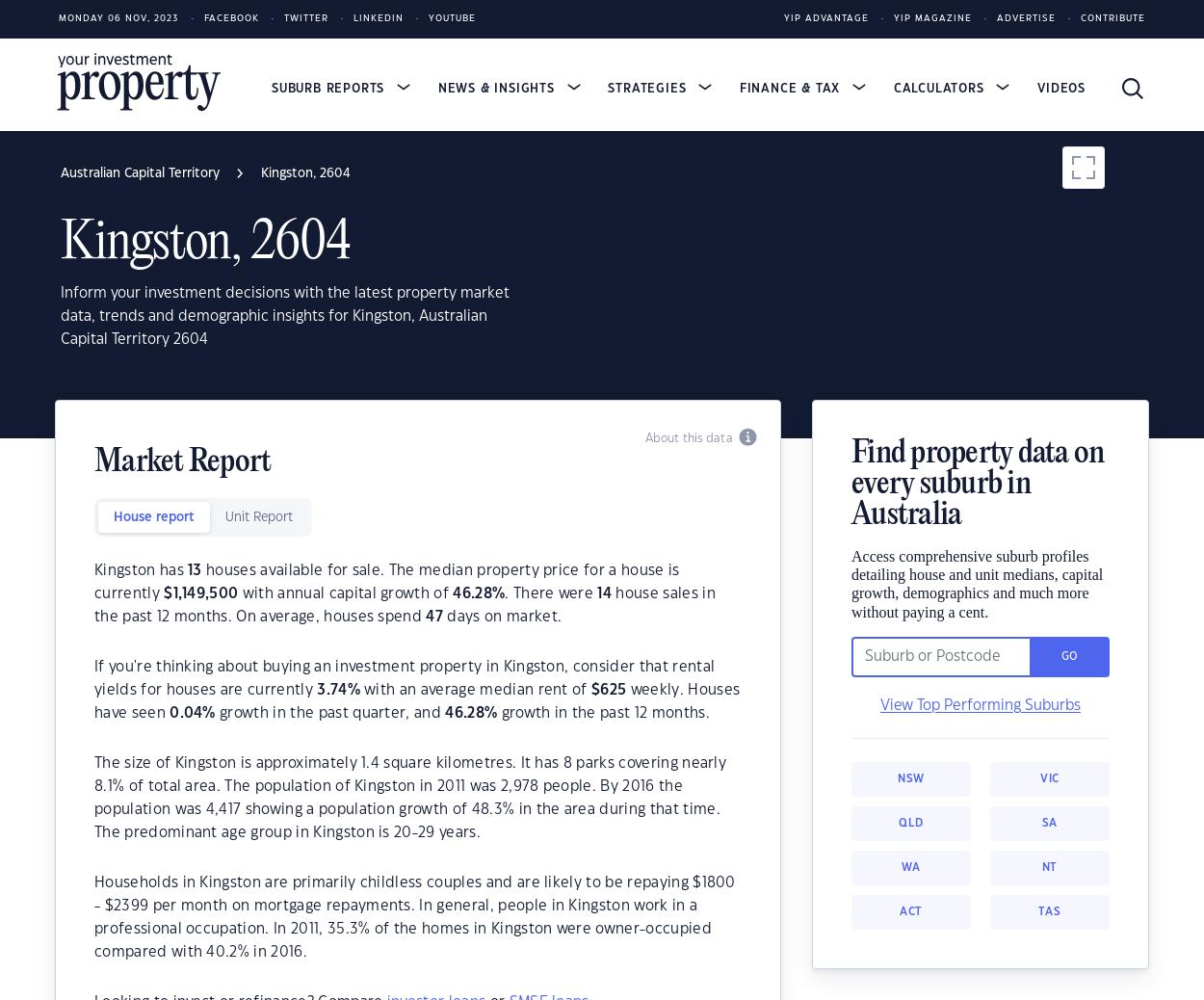 The height and width of the screenshot is (1000, 1204). What do you see at coordinates (78, 566) in the screenshot?
I see `'This publication contains data and statistics provided by the Australian Bureau of Statistics, available at'` at bounding box center [78, 566].